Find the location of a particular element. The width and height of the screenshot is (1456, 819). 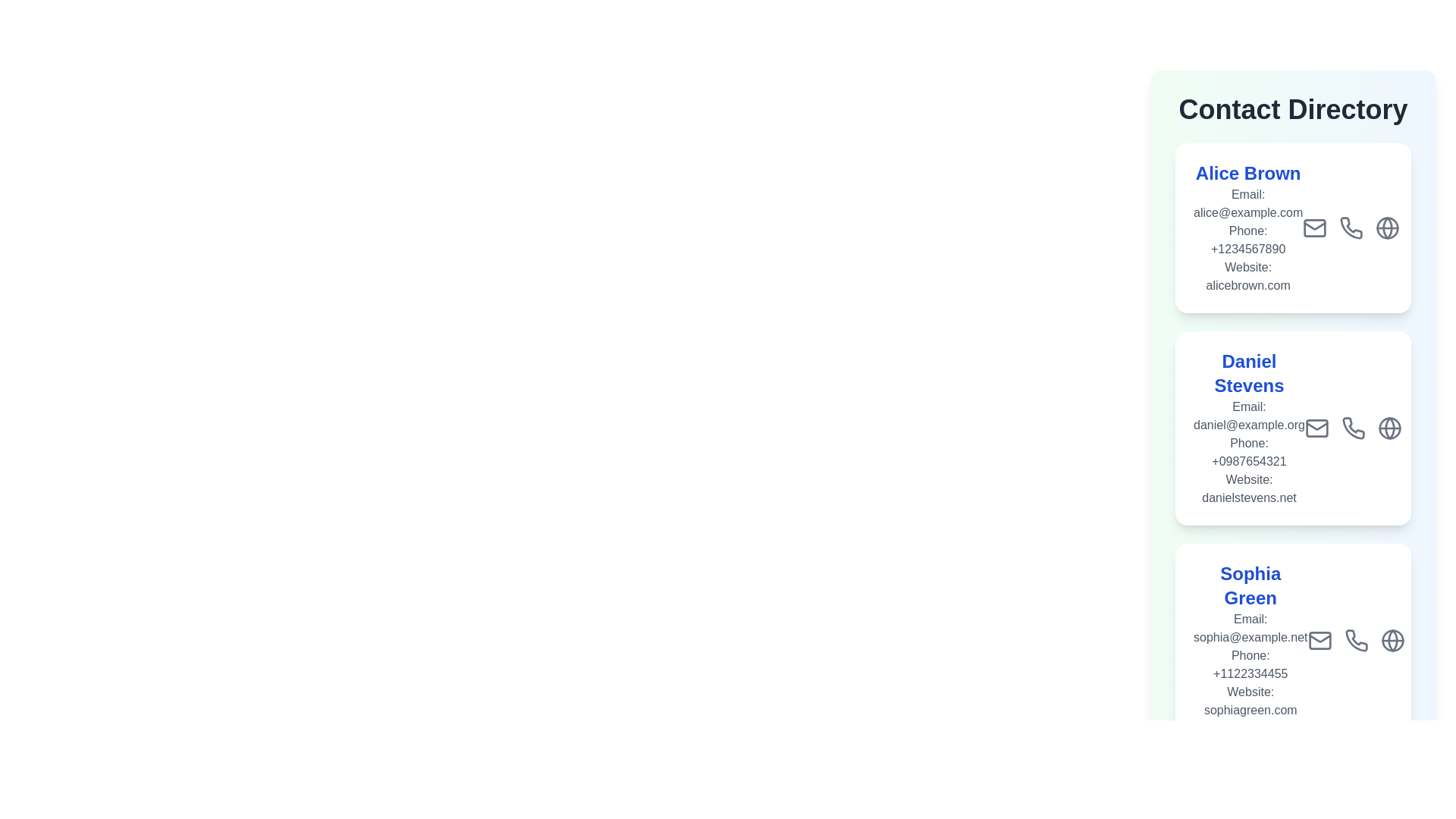

the website icon for the contact Alice Brown is located at coordinates (1387, 277).